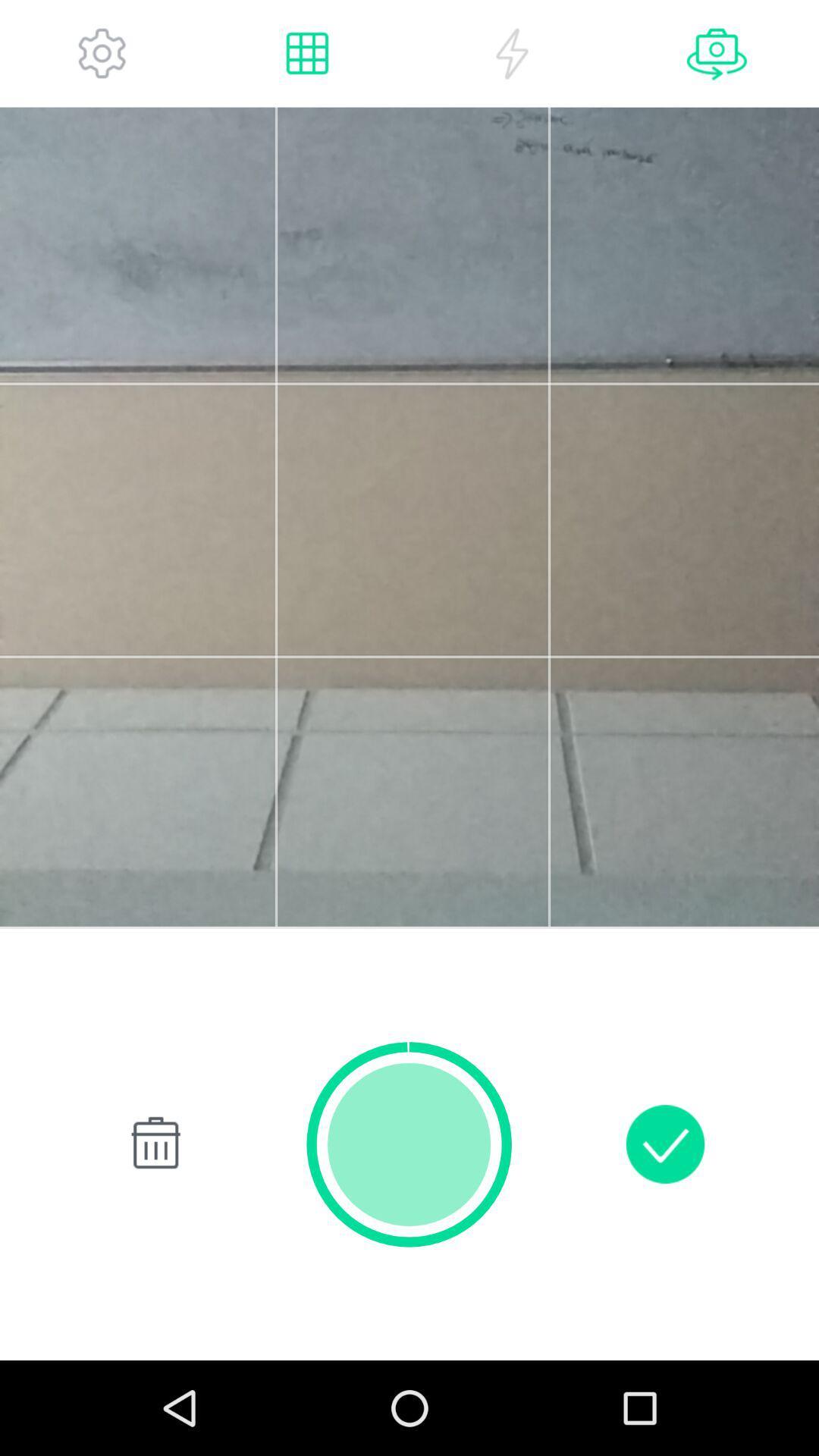  Describe the element at coordinates (512, 53) in the screenshot. I see `on/off flash` at that location.